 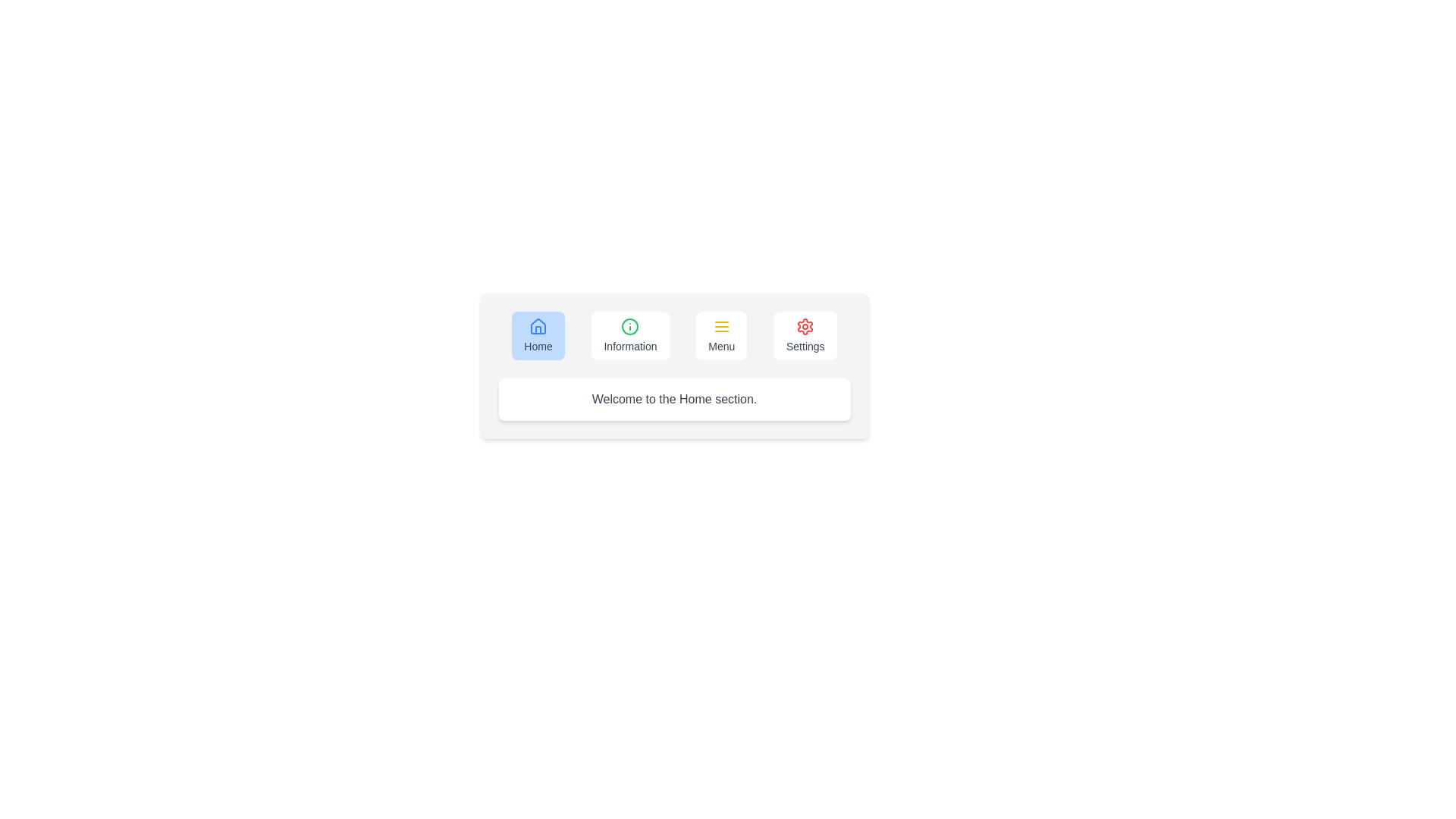 What do you see at coordinates (805, 346) in the screenshot?
I see `the 'Settings' text label, which is styled in gray and located beneath a red settings icon within a white rounded rectangular card in the upper region of the interface` at bounding box center [805, 346].